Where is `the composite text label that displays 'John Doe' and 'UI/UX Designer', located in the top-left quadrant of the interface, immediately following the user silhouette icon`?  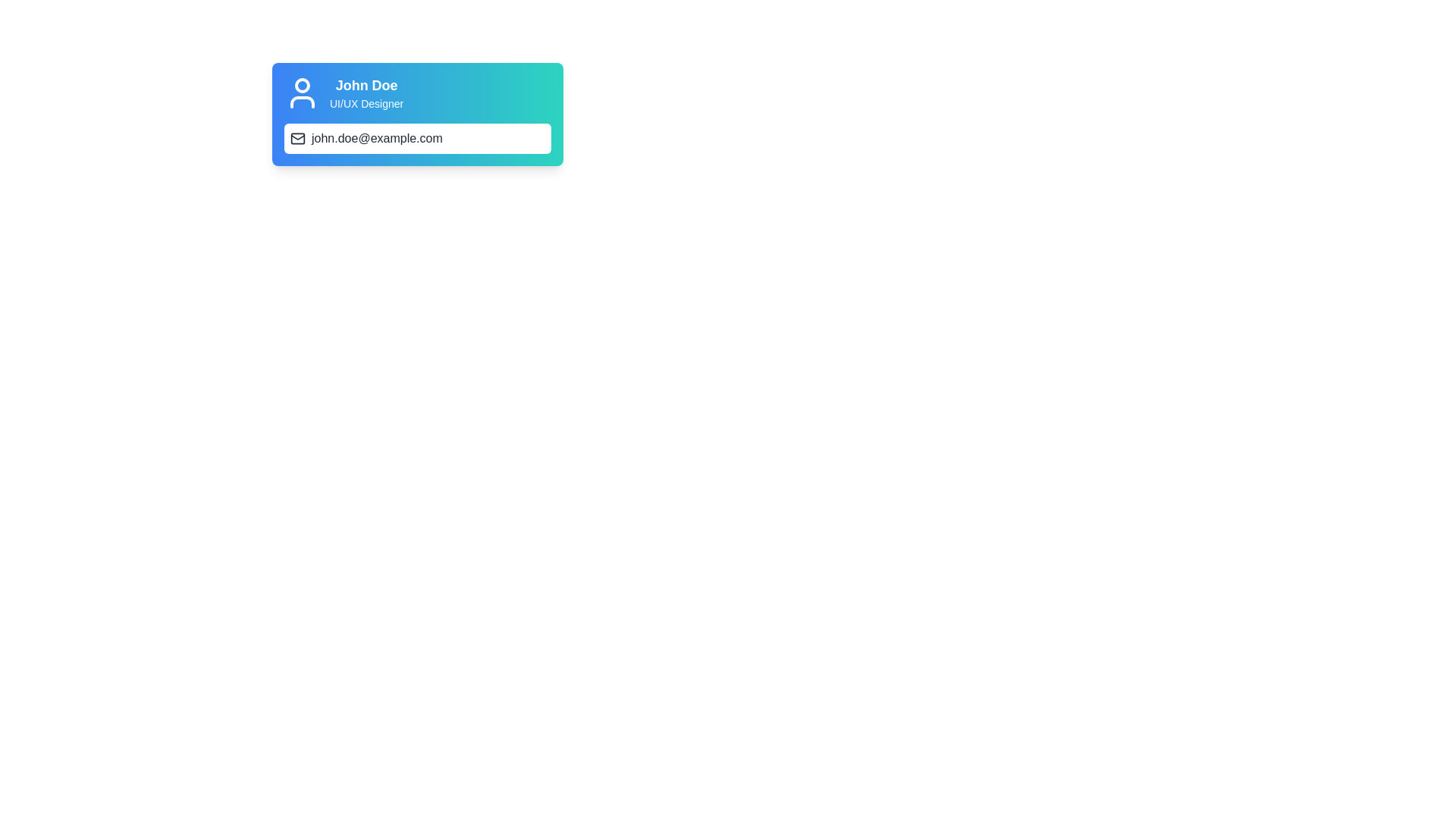
the composite text label that displays 'John Doe' and 'UI/UX Designer', located in the top-left quadrant of the interface, immediately following the user silhouette icon is located at coordinates (366, 93).